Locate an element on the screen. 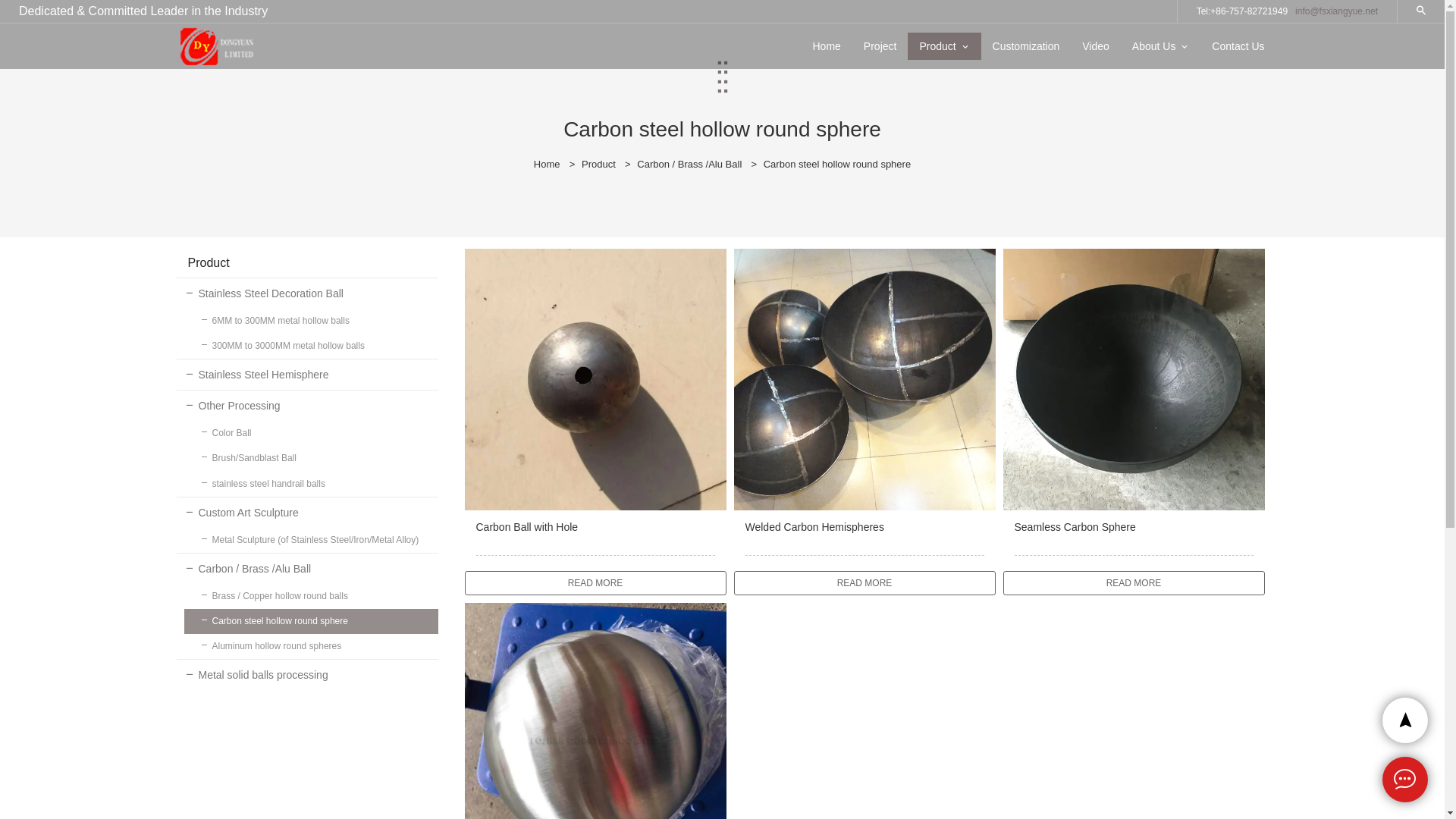 Image resolution: width=1456 pixels, height=819 pixels. '300MM to 3000MM metal hollow balls' is located at coordinates (309, 346).